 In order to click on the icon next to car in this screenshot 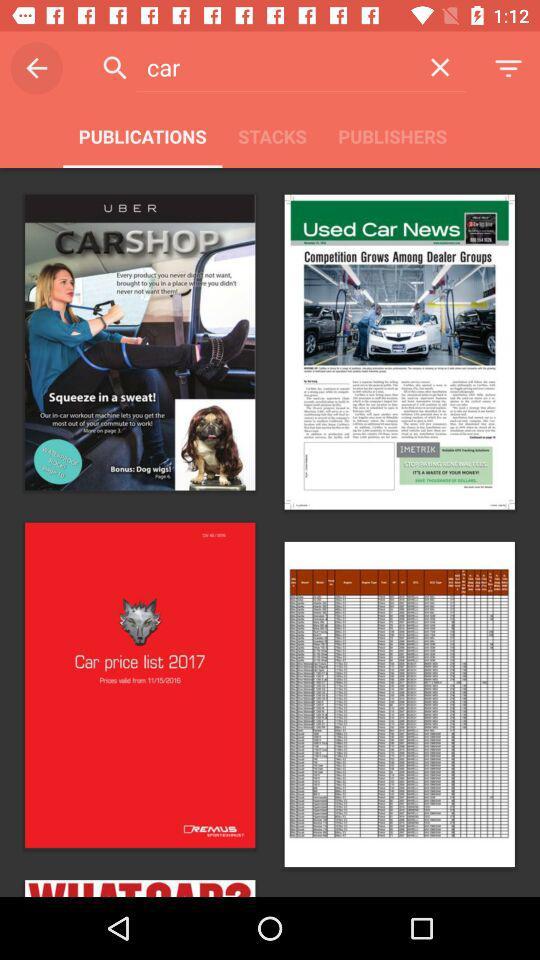, I will do `click(440, 67)`.